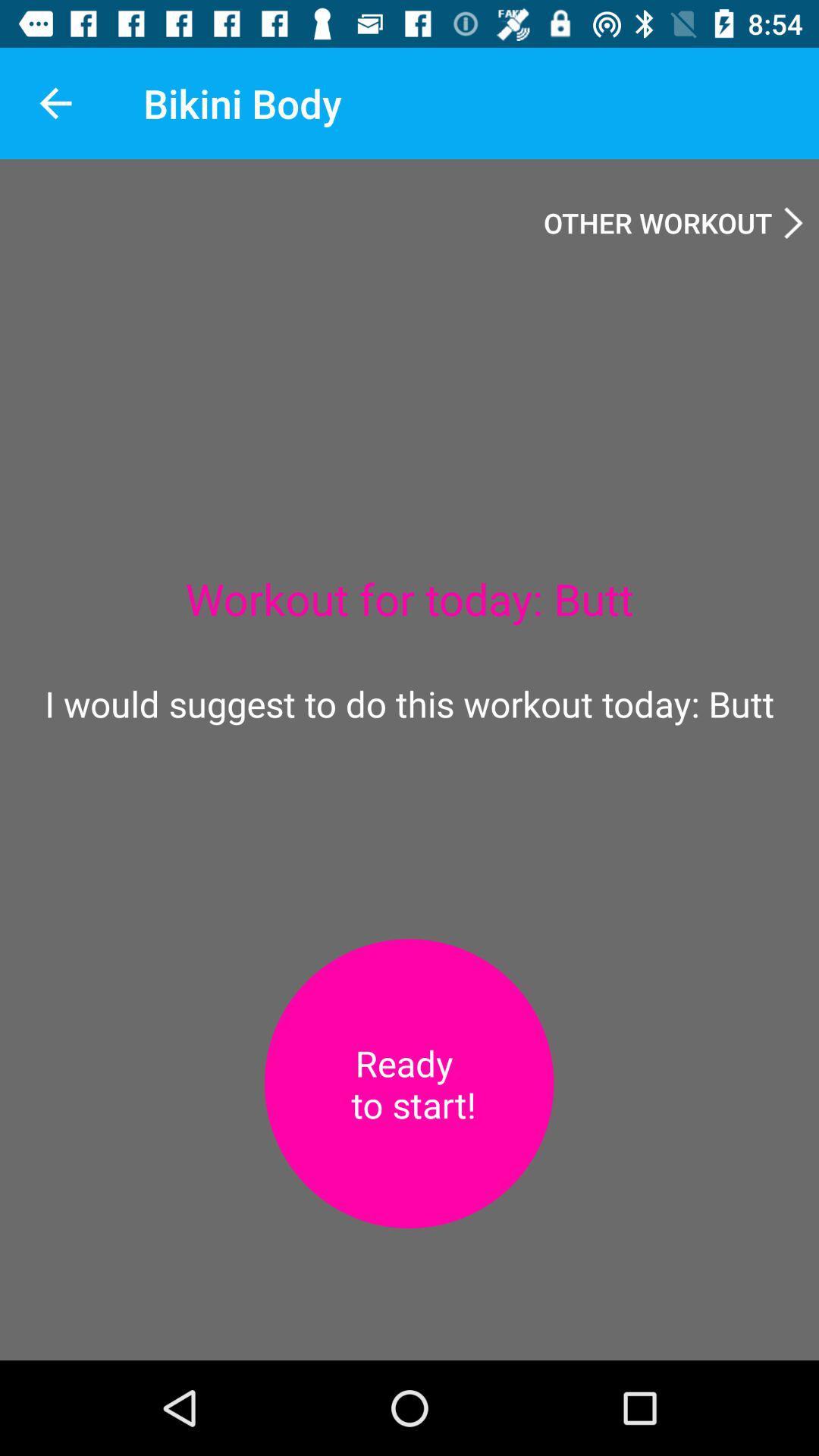 This screenshot has width=819, height=1456. Describe the element at coordinates (408, 1083) in the screenshot. I see `press to start` at that location.